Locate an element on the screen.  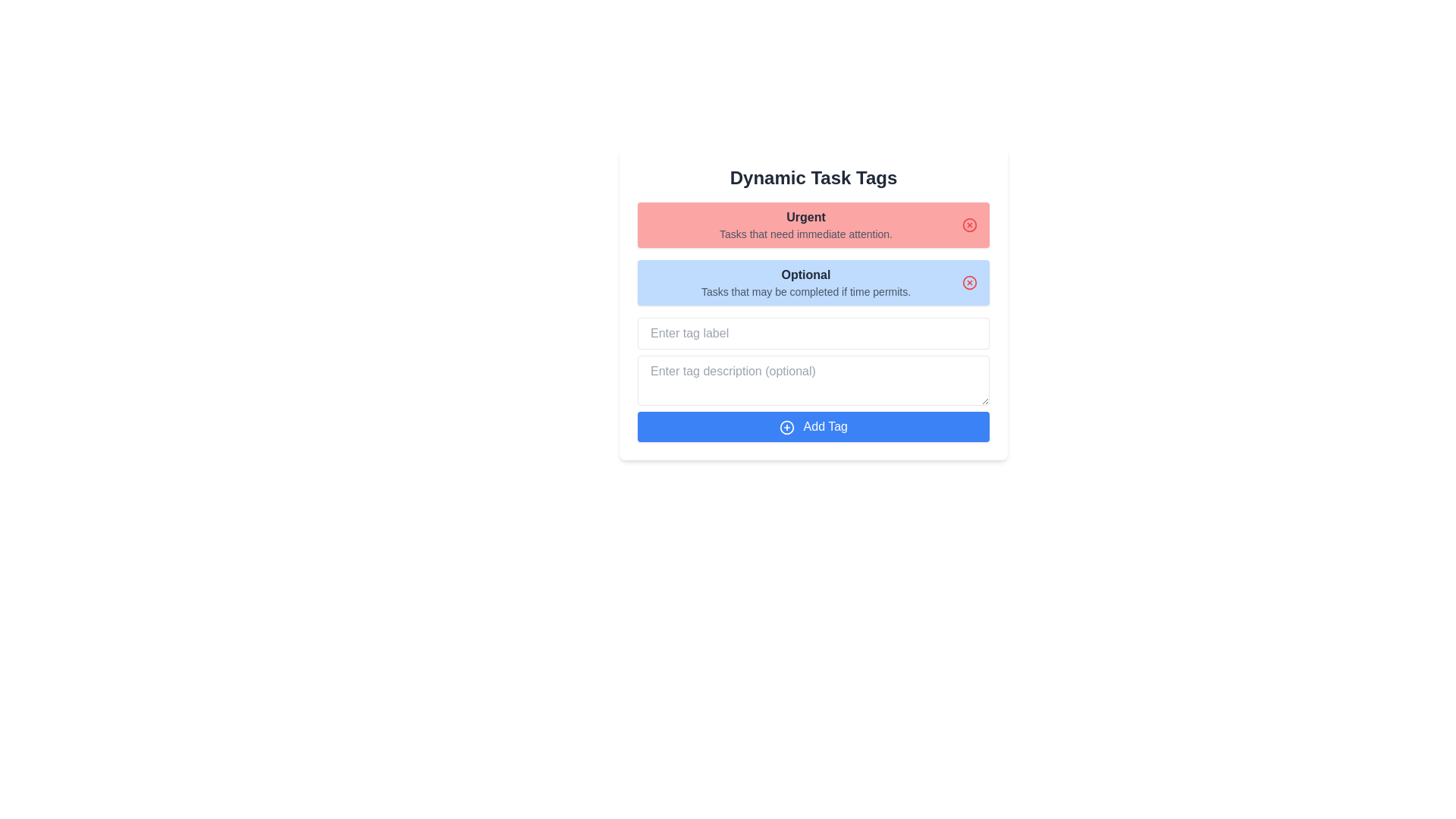
the Circle graphic element located at the center of the blue 'Add Tag' button at the bottom of the interface is located at coordinates (786, 427).